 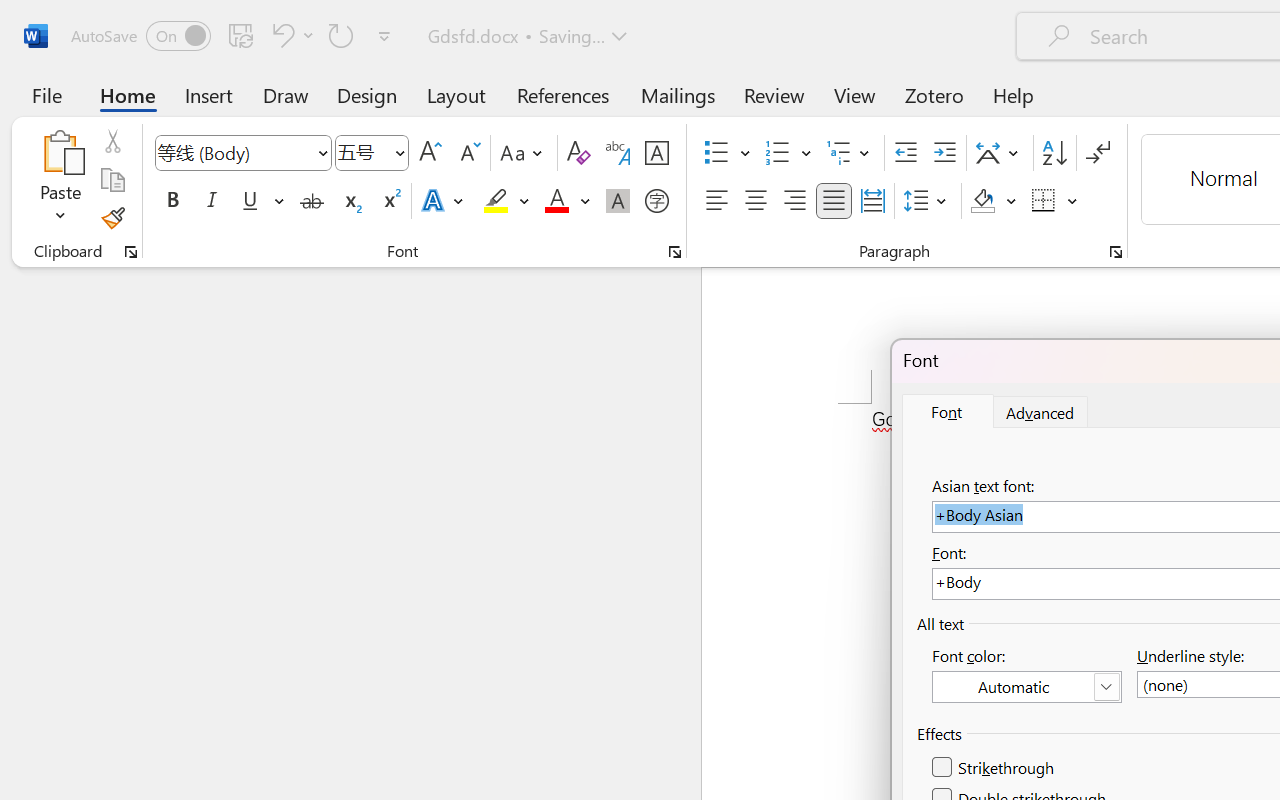 What do you see at coordinates (793, 201) in the screenshot?
I see `'Align Right'` at bounding box center [793, 201].